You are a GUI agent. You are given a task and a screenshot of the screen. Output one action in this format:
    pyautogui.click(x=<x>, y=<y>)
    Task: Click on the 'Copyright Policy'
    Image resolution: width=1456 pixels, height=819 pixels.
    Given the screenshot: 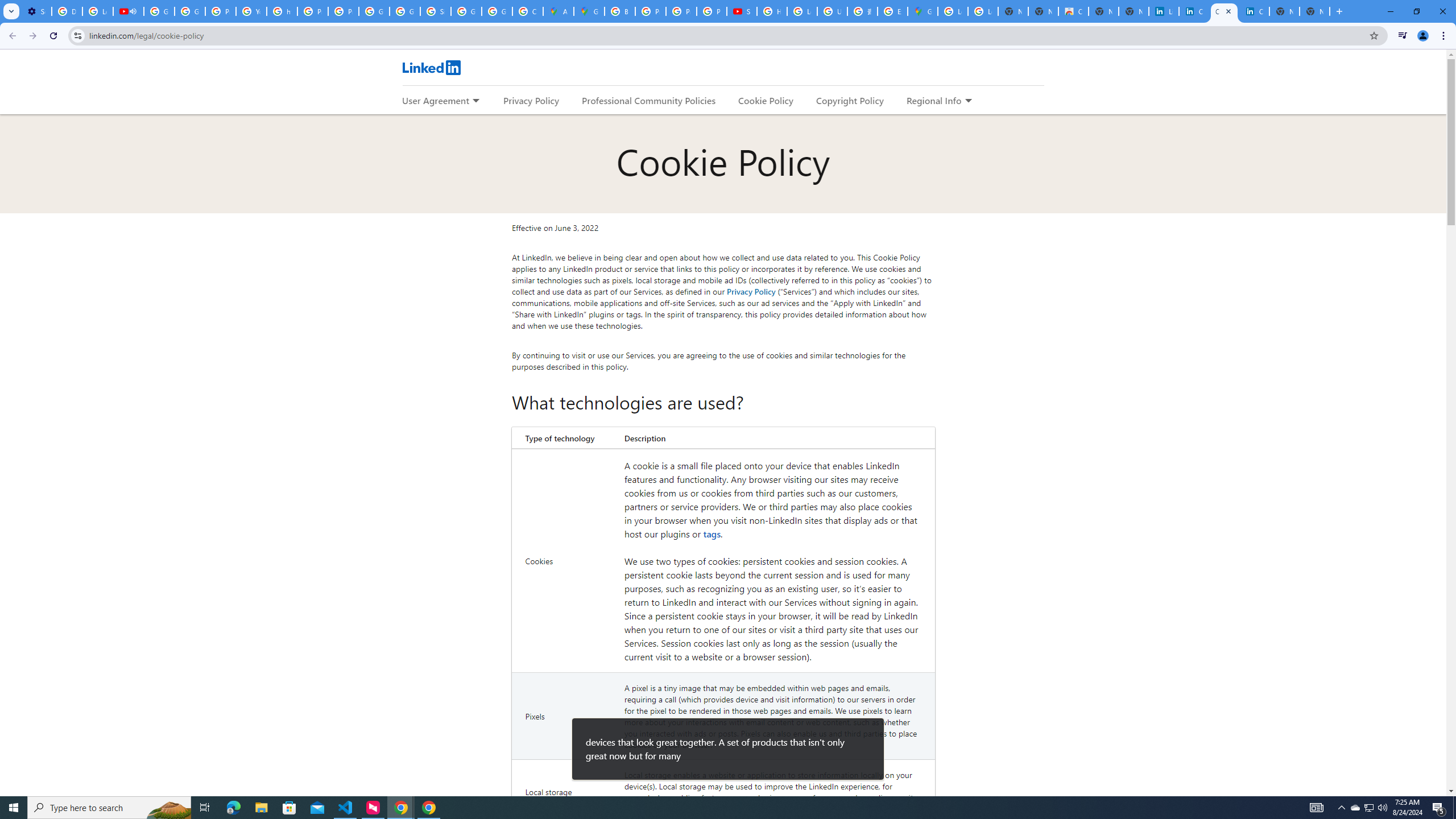 What is the action you would take?
    pyautogui.click(x=849, y=100)
    